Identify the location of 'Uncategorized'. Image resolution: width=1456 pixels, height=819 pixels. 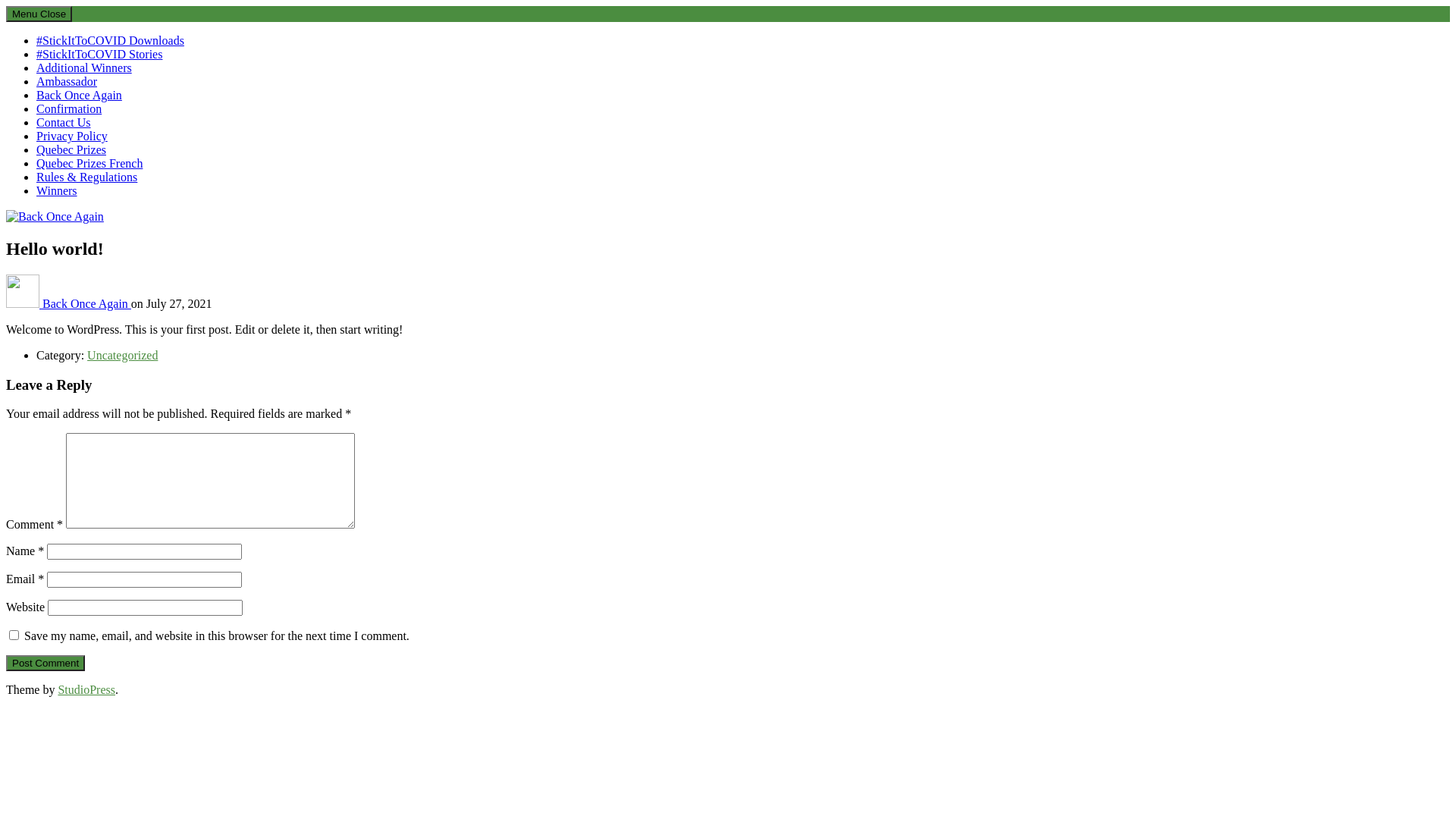
(122, 355).